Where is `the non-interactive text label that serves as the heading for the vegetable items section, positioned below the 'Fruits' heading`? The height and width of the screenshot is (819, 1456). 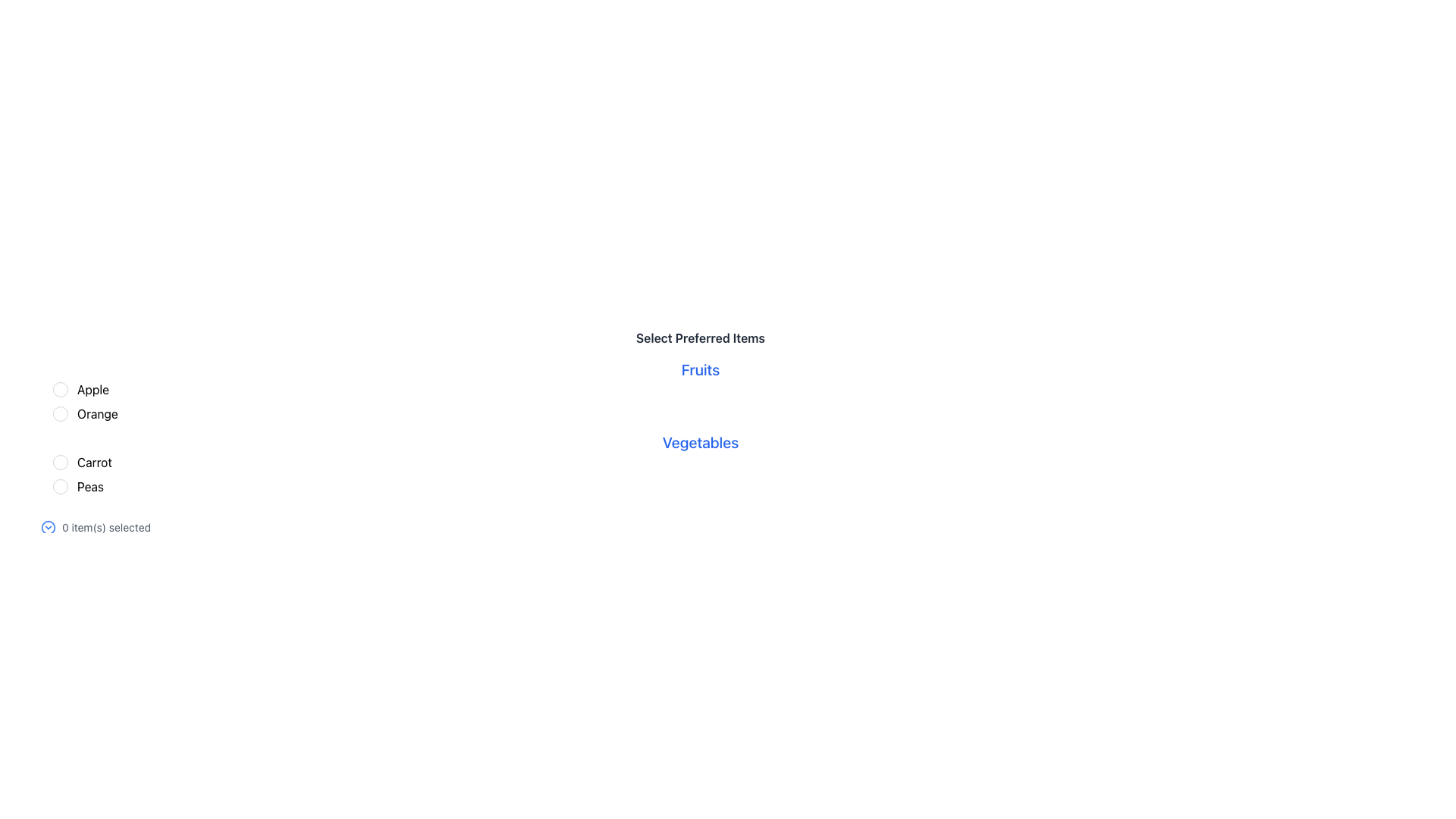
the non-interactive text label that serves as the heading for the vegetable items section, positioned below the 'Fruits' heading is located at coordinates (700, 442).